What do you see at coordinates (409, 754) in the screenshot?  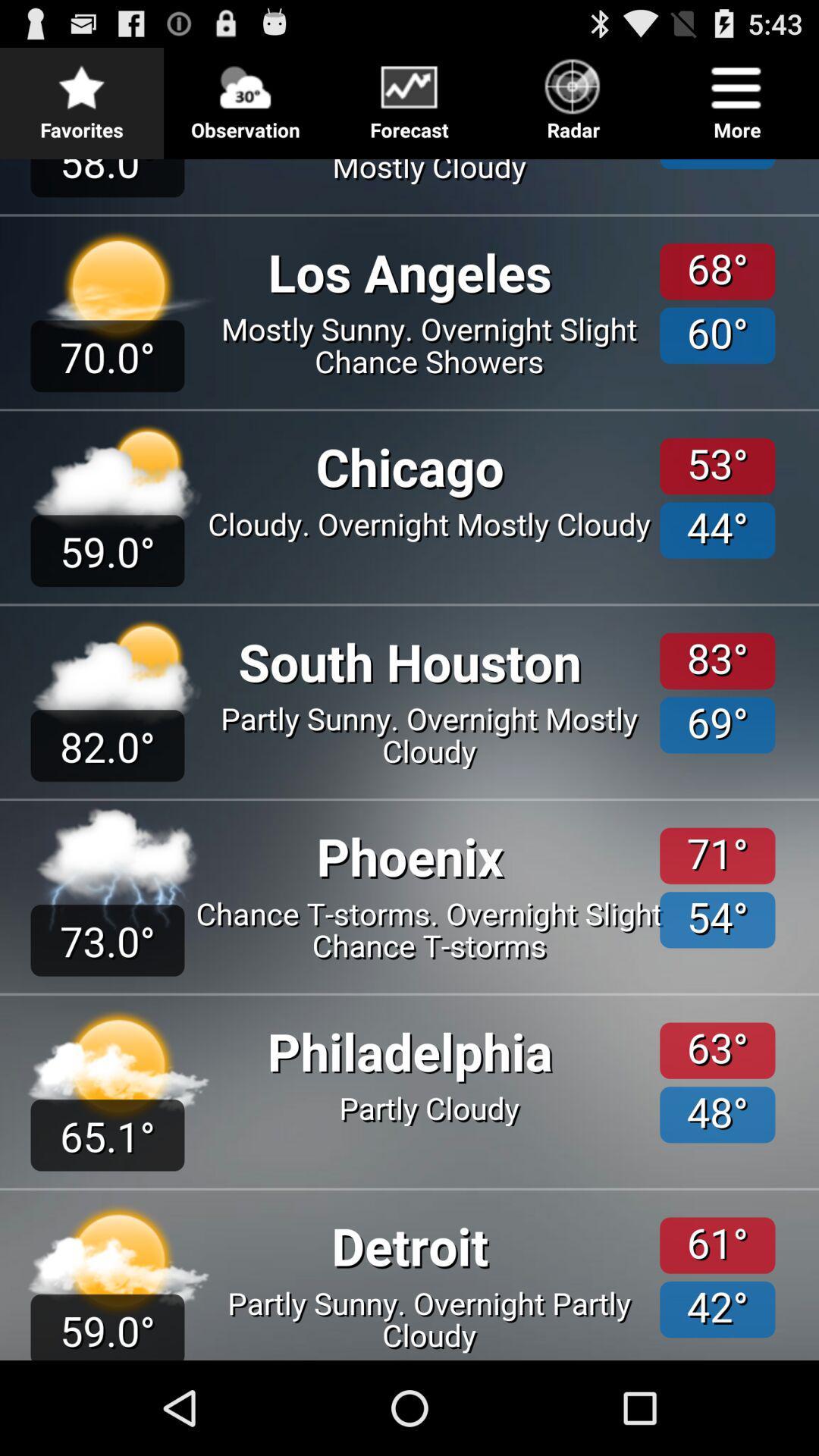 I see `weather option` at bounding box center [409, 754].